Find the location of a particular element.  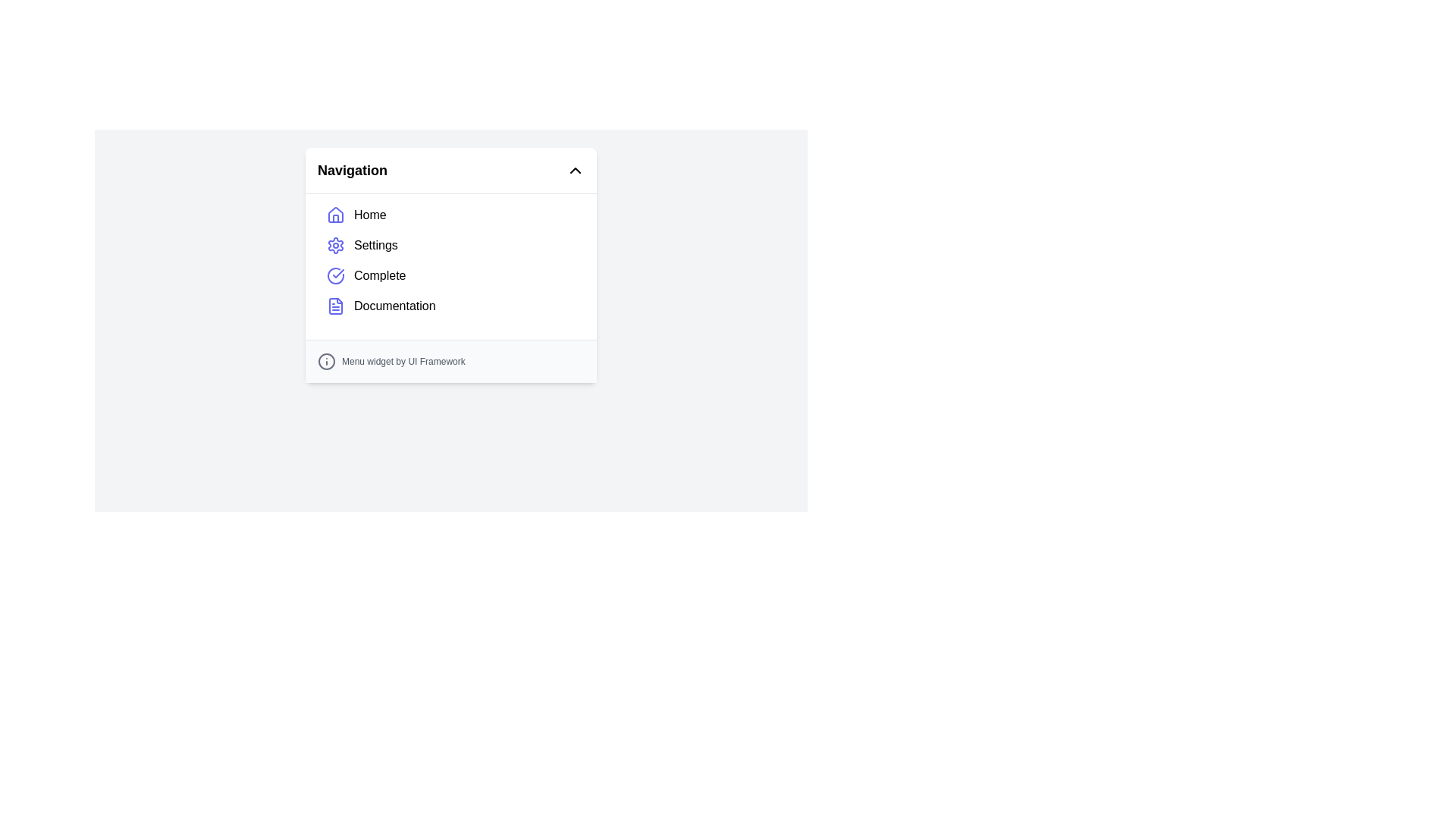

the 'Complete' text label, which is the third item in the navigation menu to the right of a circular blue icon with a checkmark is located at coordinates (380, 275).